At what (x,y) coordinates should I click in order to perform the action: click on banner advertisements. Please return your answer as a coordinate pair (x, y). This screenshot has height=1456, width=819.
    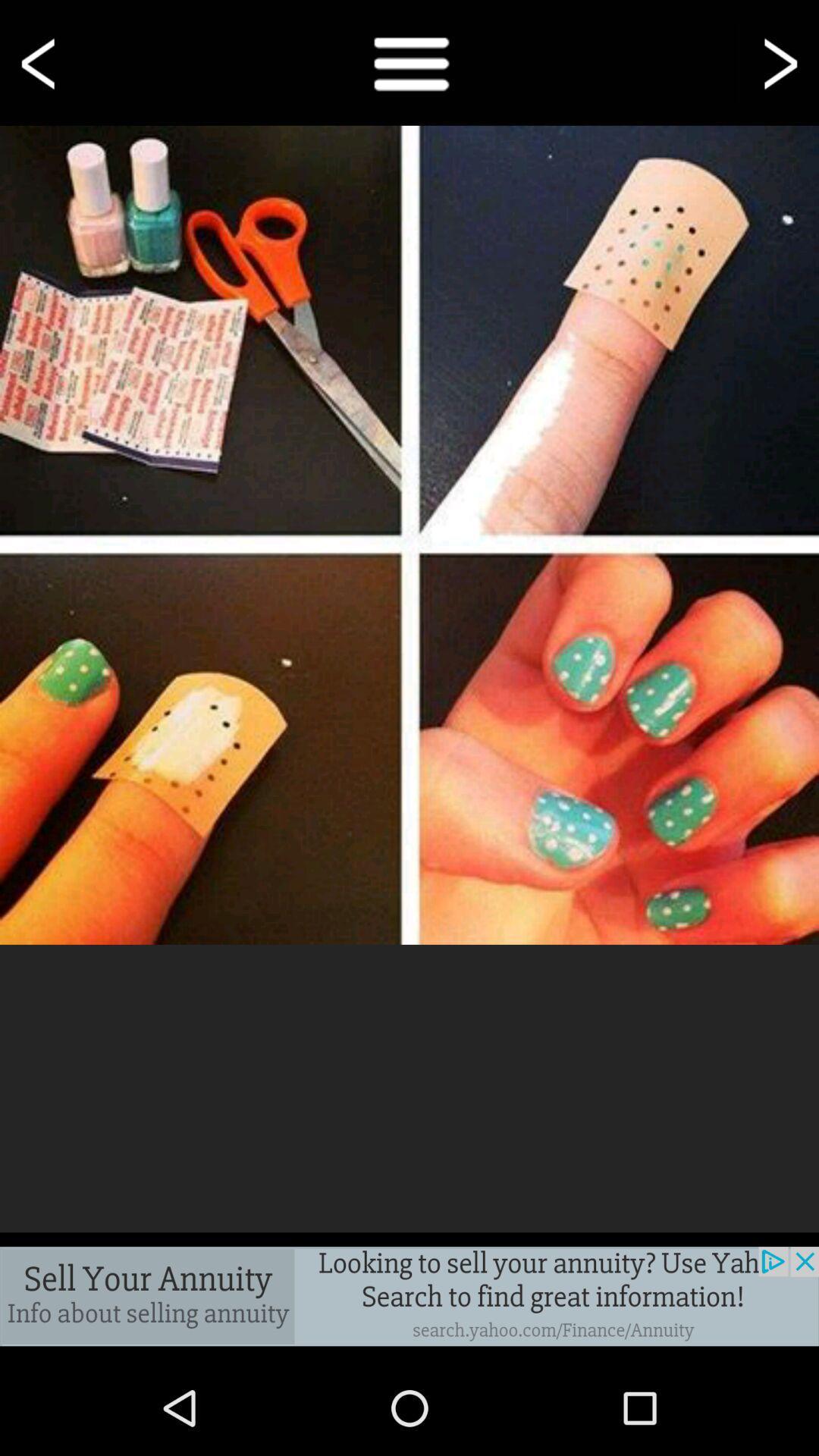
    Looking at the image, I should click on (409, 1295).